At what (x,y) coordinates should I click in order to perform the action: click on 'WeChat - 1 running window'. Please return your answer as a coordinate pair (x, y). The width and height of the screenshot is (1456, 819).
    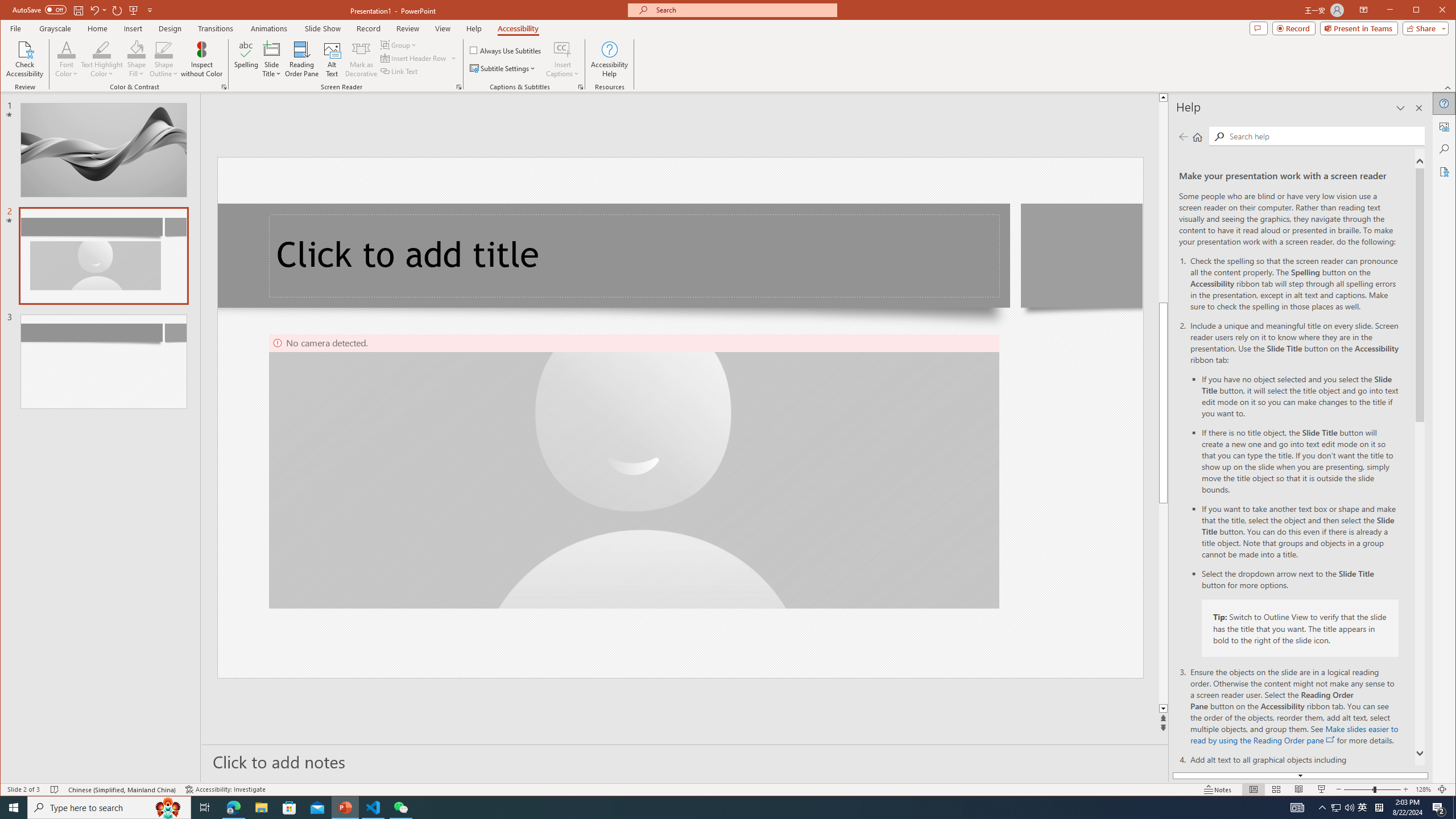
    Looking at the image, I should click on (401, 806).